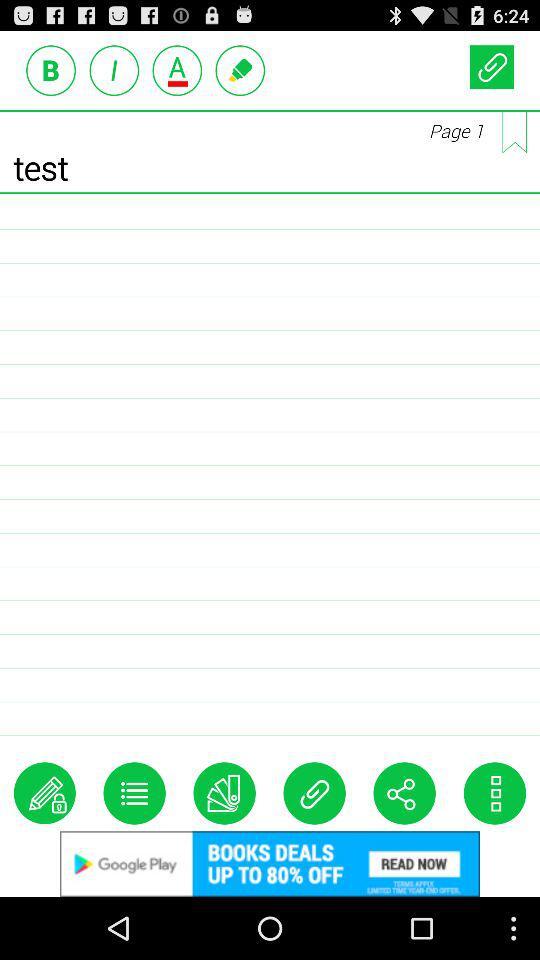  What do you see at coordinates (114, 70) in the screenshot?
I see `the advertisement option` at bounding box center [114, 70].